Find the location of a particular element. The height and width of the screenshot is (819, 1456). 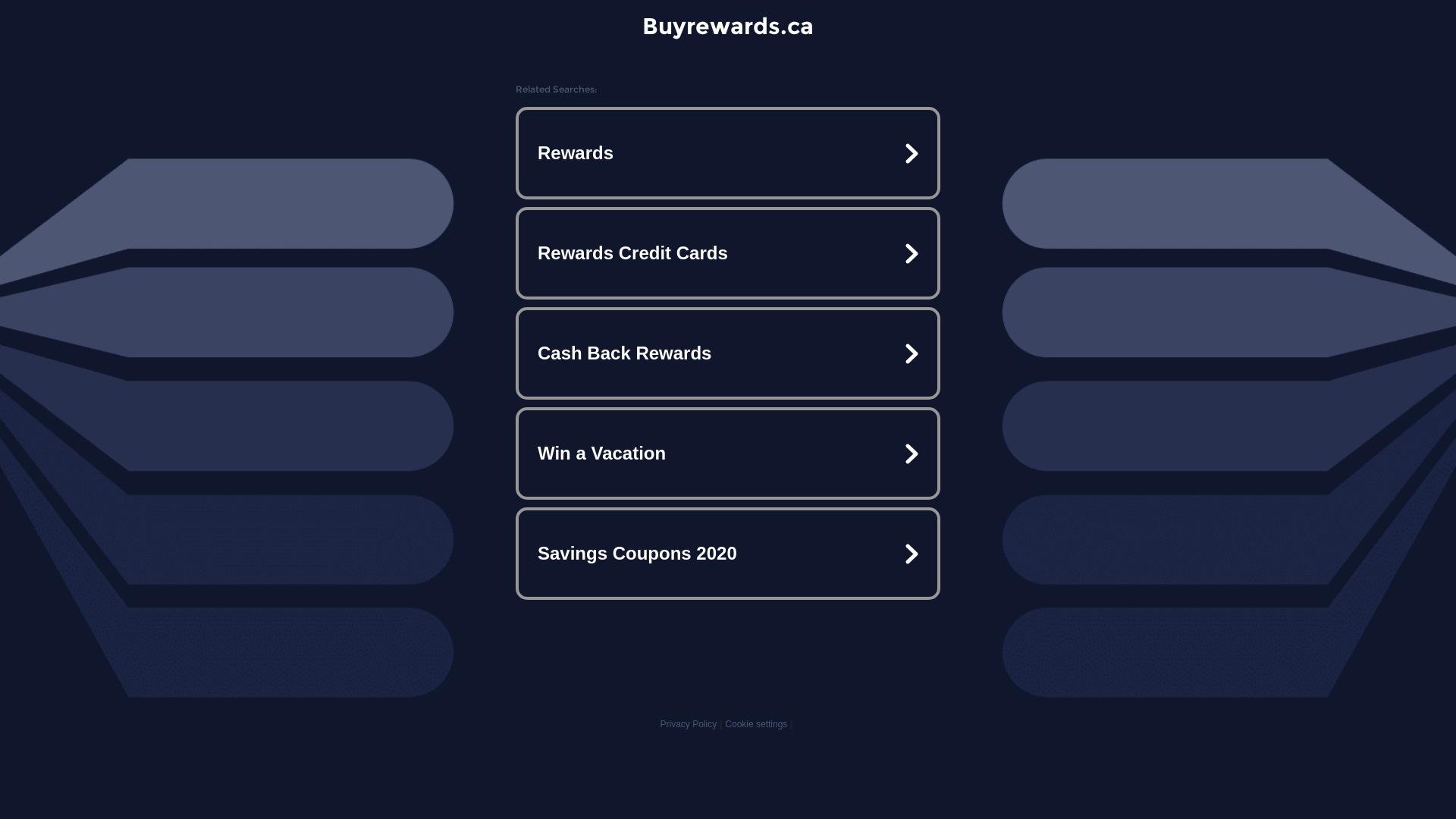

'Savings Coupons 2020' is located at coordinates (519, 553).